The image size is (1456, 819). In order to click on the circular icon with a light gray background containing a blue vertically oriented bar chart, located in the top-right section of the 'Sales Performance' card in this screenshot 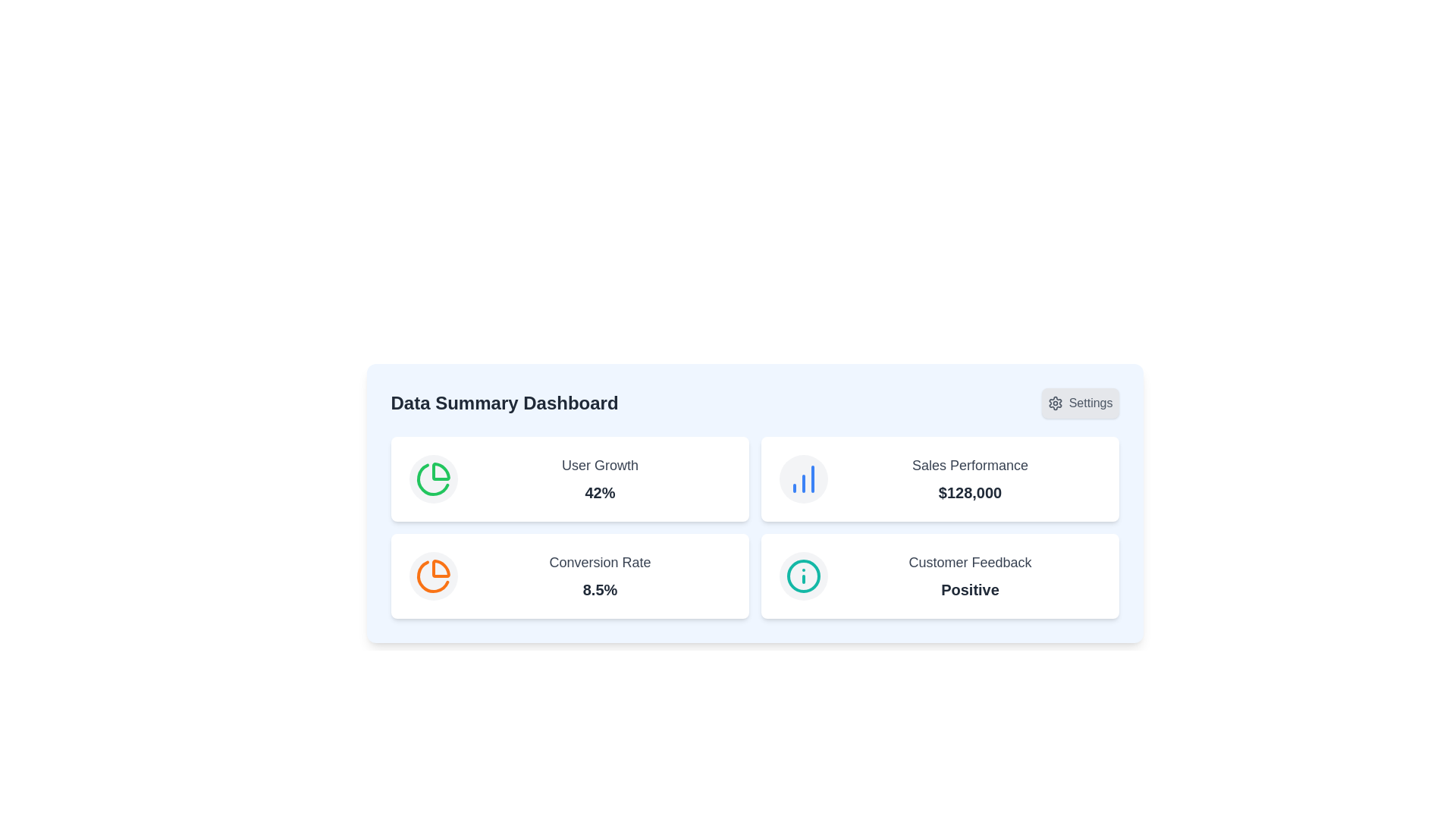, I will do `click(802, 479)`.